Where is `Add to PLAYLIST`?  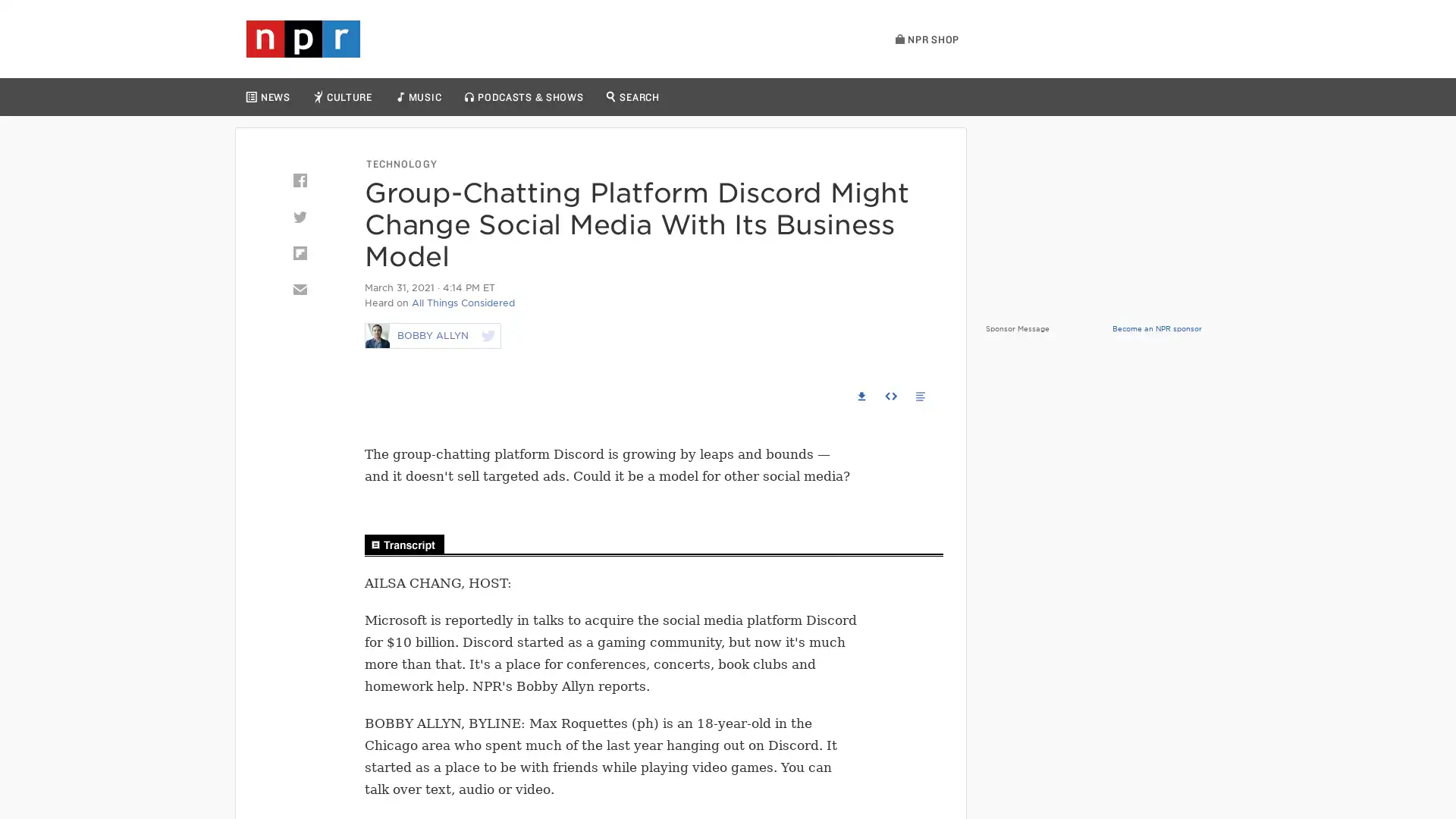
Add to PLAYLIST is located at coordinates (807, 394).